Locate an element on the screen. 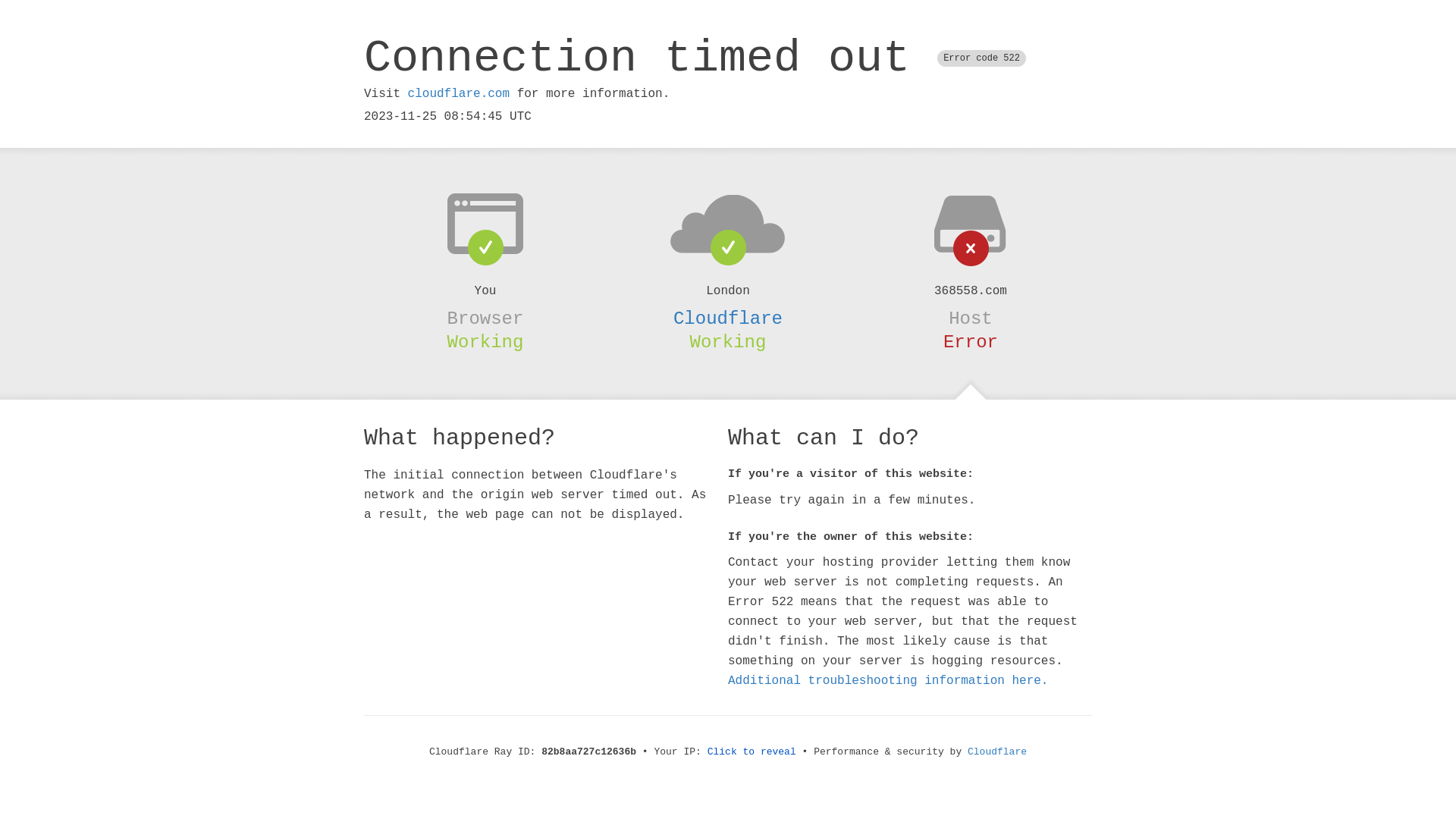  'Additional troubleshooting information here.' is located at coordinates (888, 680).